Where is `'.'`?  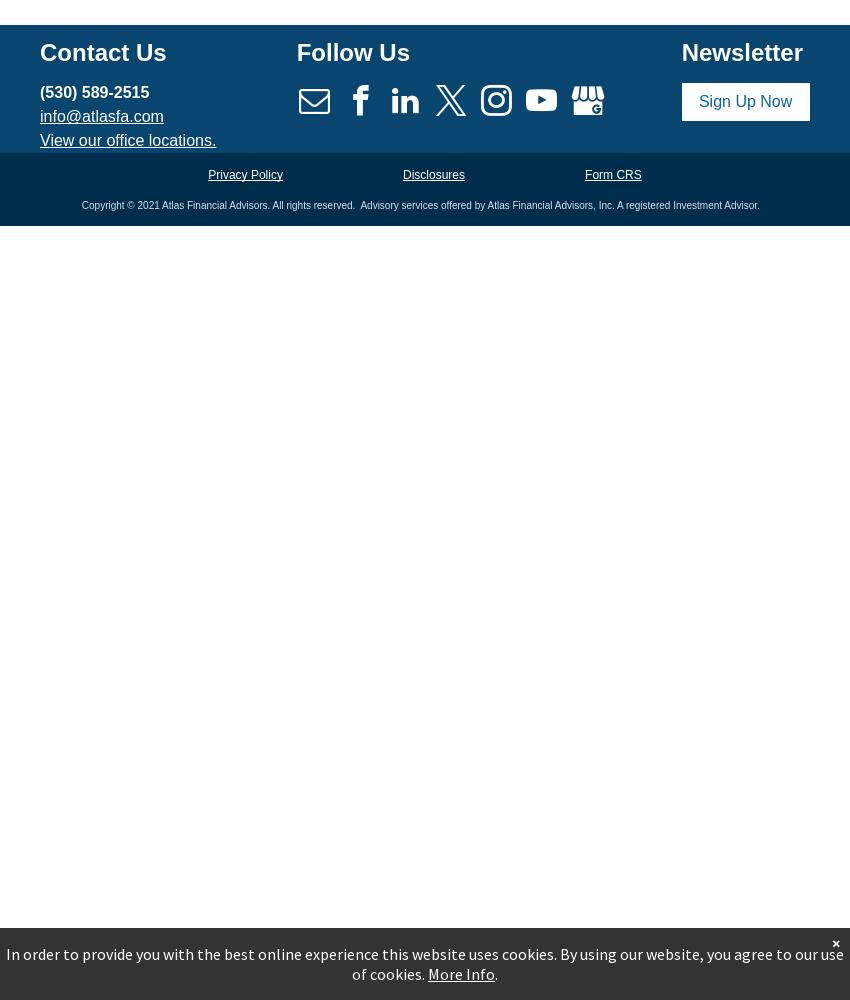
'.' is located at coordinates (496, 973).